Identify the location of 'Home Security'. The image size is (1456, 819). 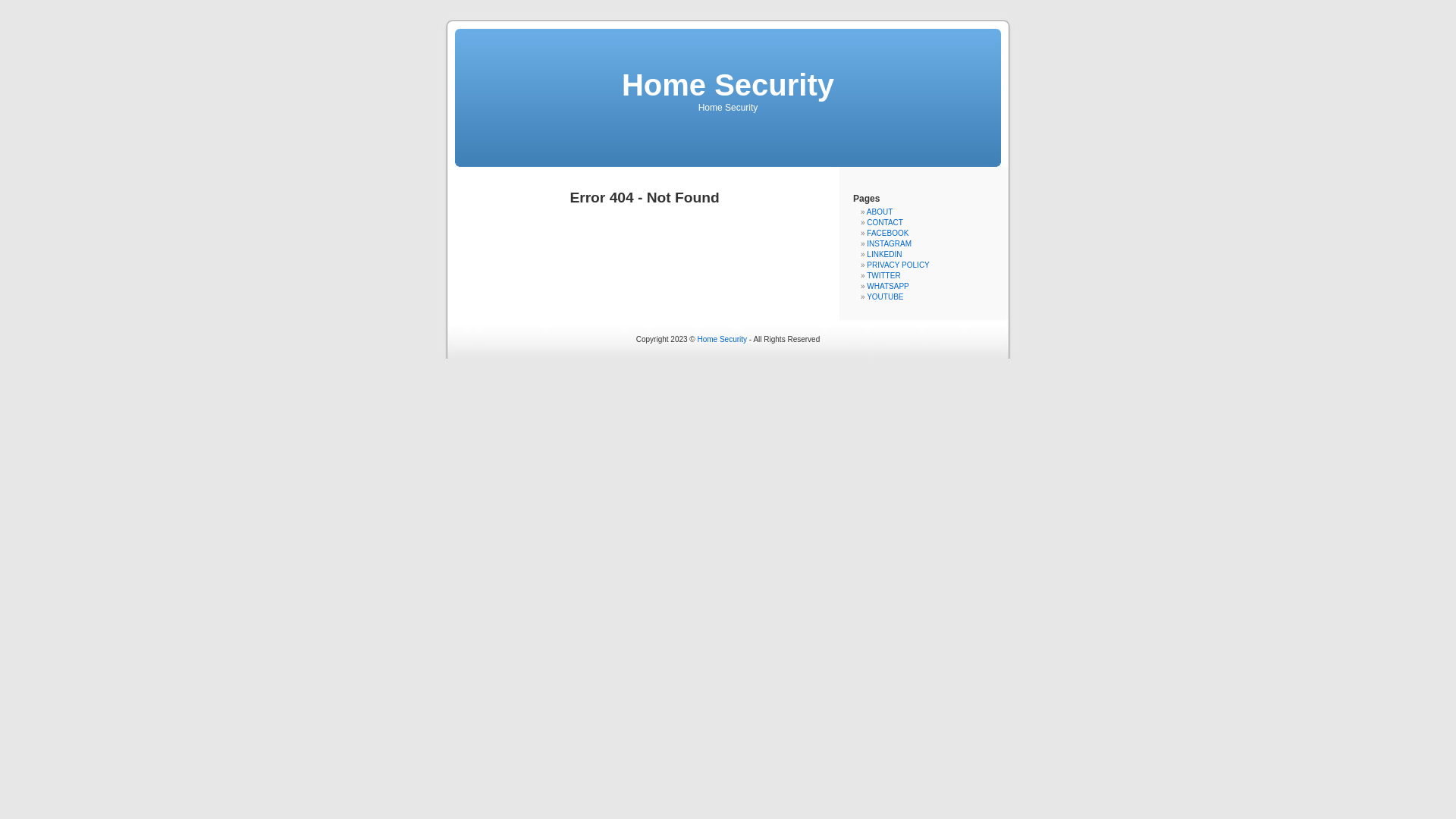
(697, 338).